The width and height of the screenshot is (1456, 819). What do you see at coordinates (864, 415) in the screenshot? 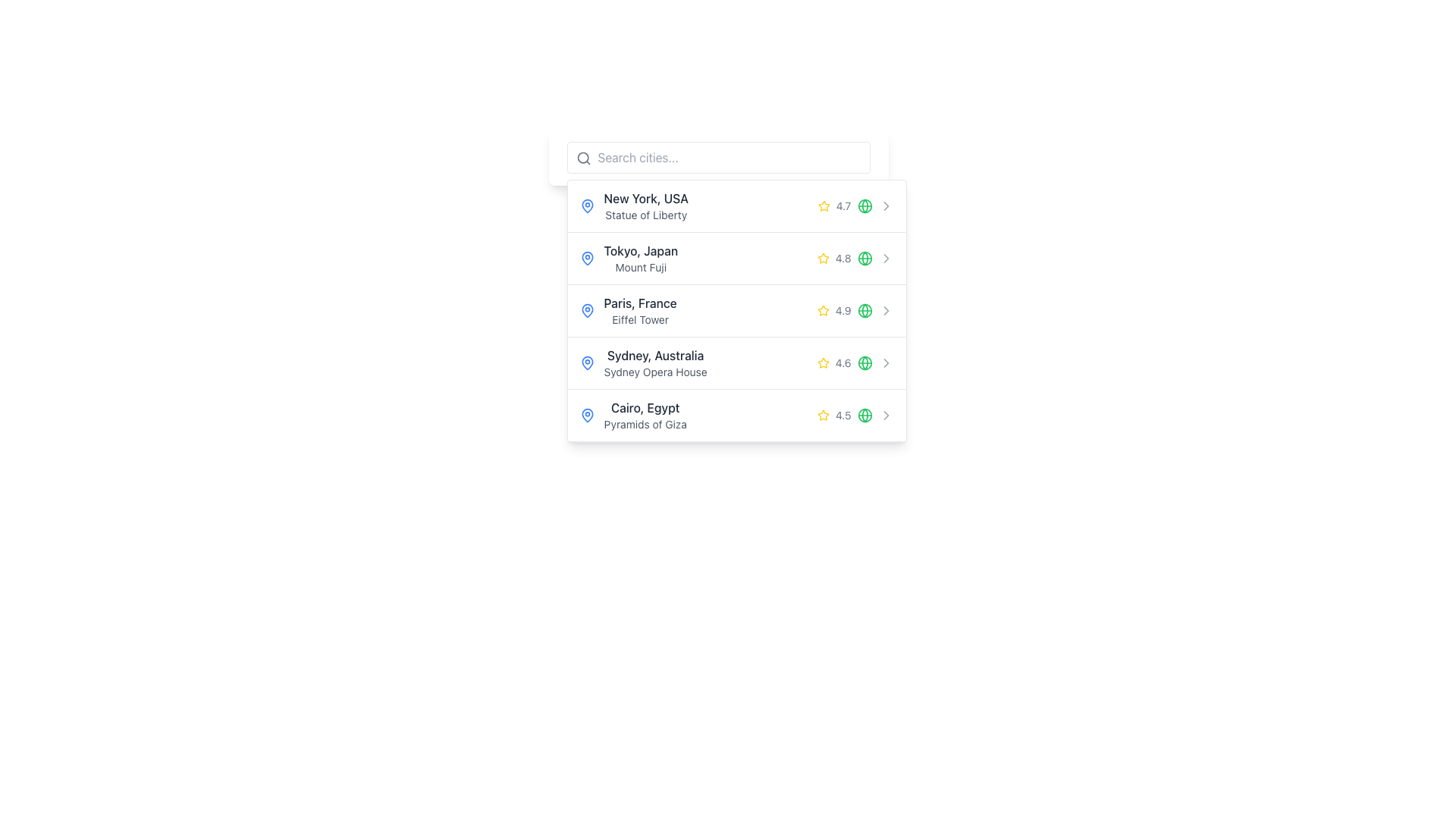
I see `the globe icon located as the last element in the row corresponding to 'Cairo, Egypt', following the star rating and text elements` at bounding box center [864, 415].